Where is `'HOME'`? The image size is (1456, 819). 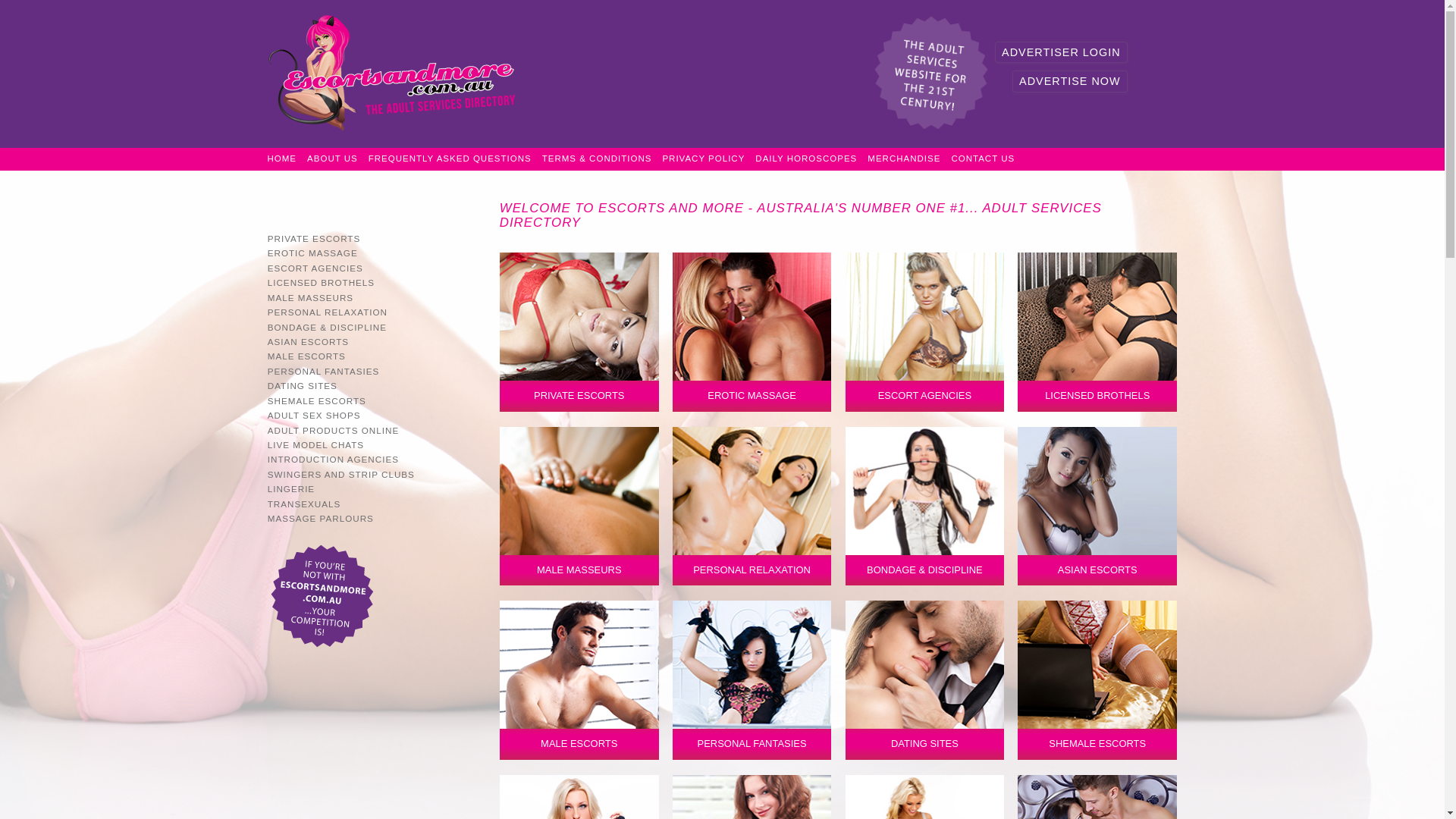 'HOME' is located at coordinates (281, 158).